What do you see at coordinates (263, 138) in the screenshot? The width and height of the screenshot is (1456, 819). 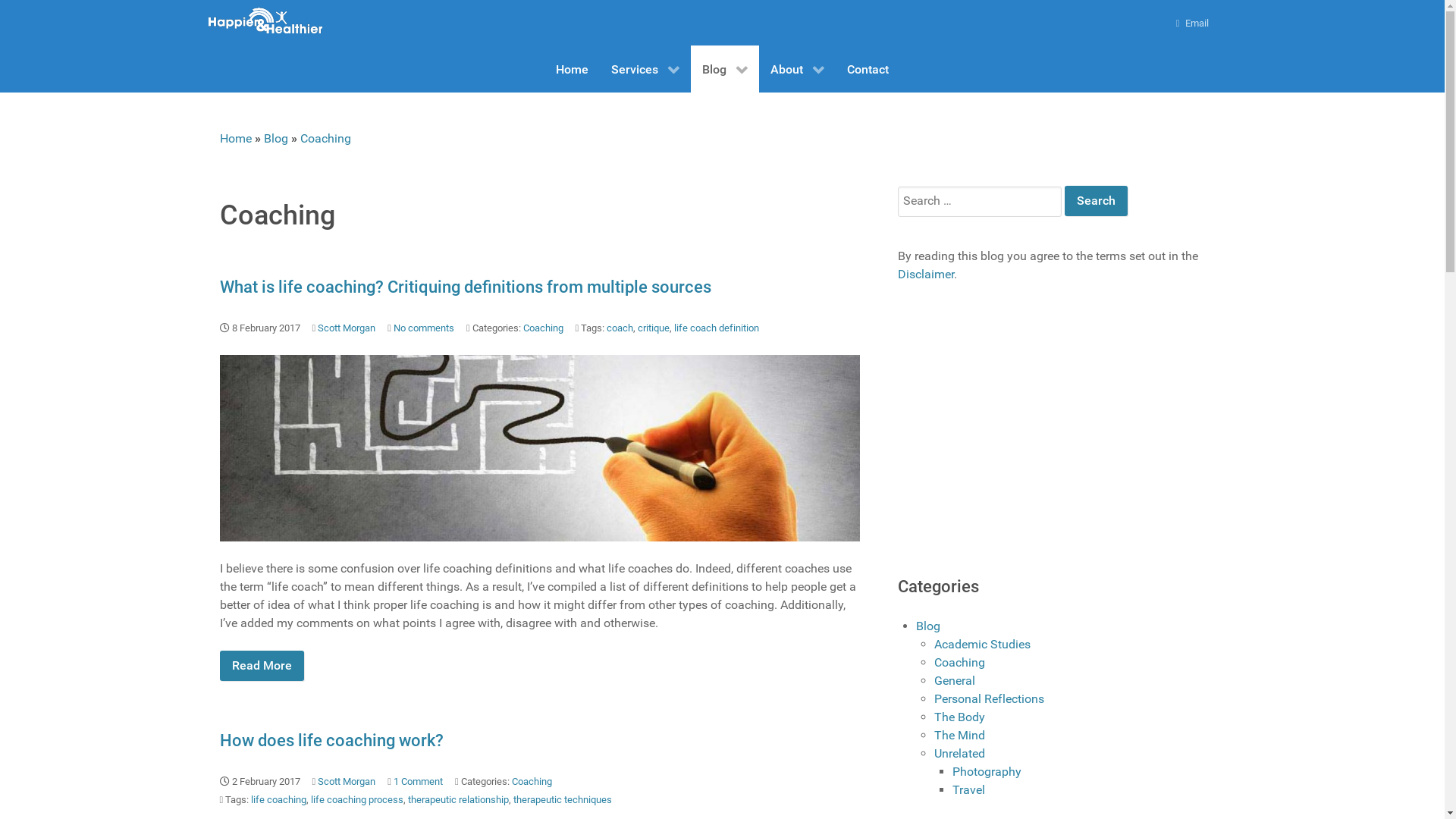 I see `'Blog'` at bounding box center [263, 138].